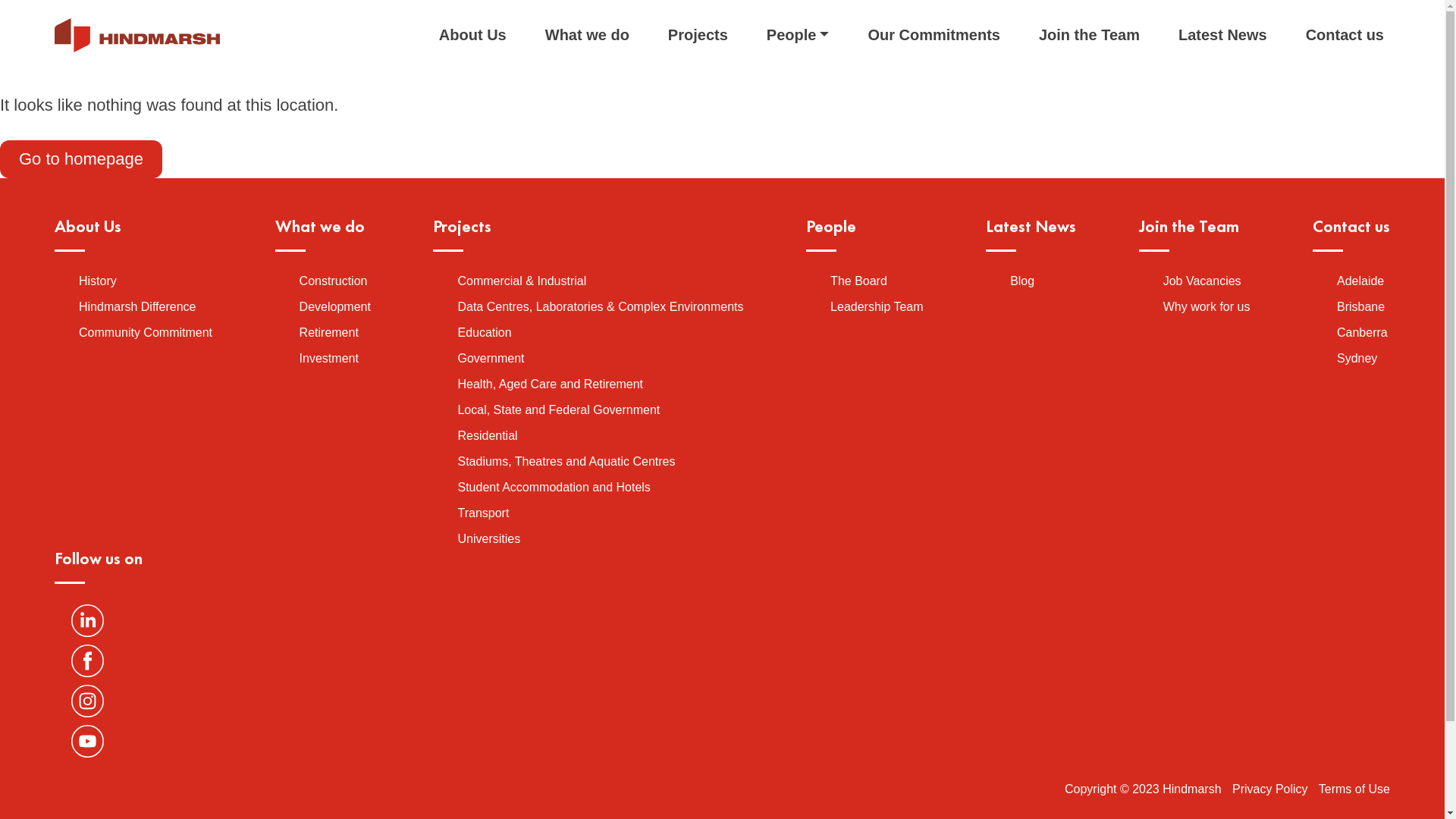  Describe the element at coordinates (549, 383) in the screenshot. I see `'Health, Aged Care and Retirement'` at that location.